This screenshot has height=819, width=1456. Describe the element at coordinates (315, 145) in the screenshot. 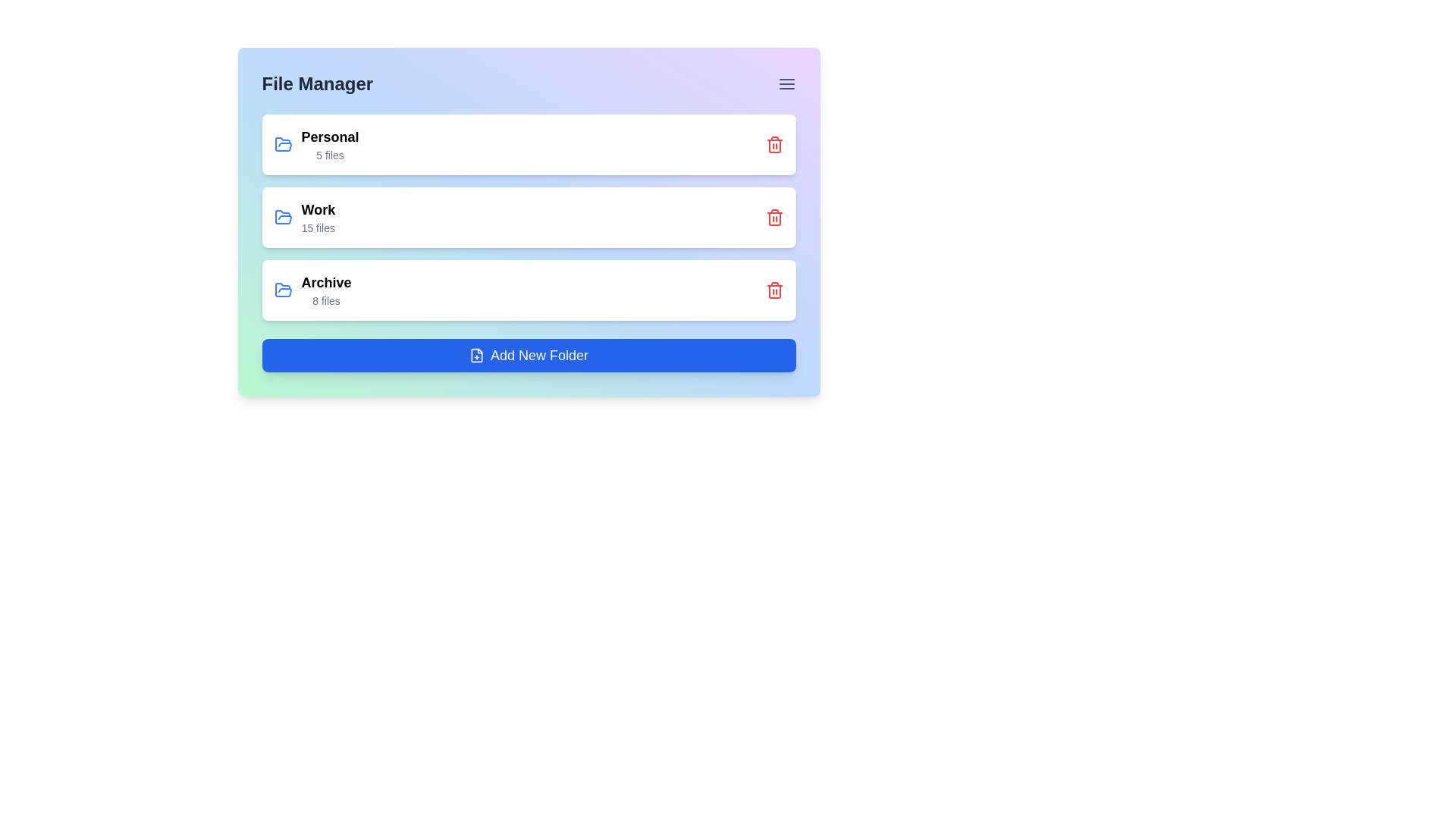

I see `the folder labeled Personal to view its details` at that location.